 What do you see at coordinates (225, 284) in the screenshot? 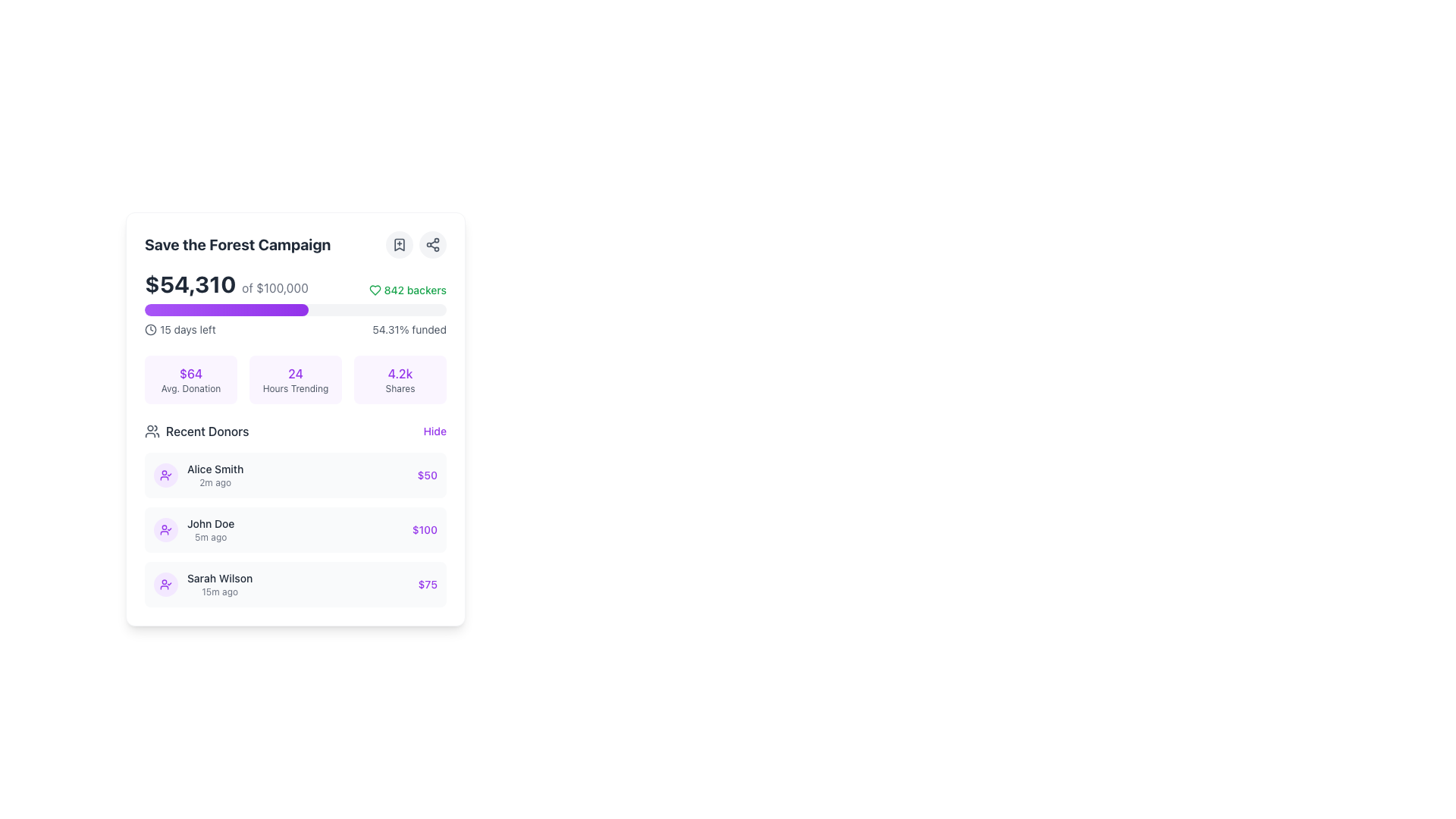
I see `text label displaying the amount '$54,310' and the additional information 'of $100,000' which is part of a rectangular white panel near the top-left section of the interface` at bounding box center [225, 284].